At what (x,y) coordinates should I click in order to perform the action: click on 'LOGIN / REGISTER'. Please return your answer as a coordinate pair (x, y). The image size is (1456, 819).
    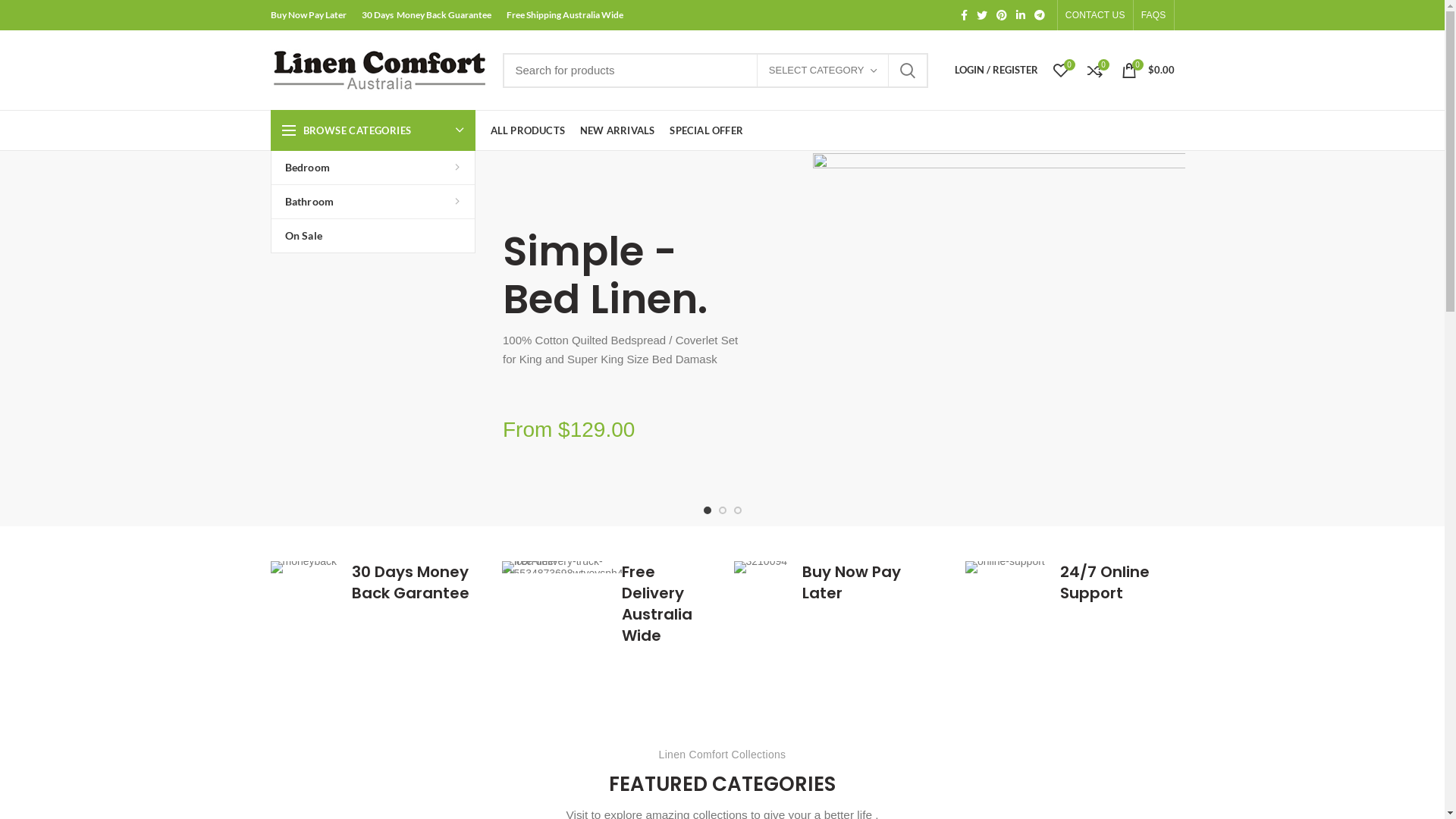
    Looking at the image, I should click on (996, 70).